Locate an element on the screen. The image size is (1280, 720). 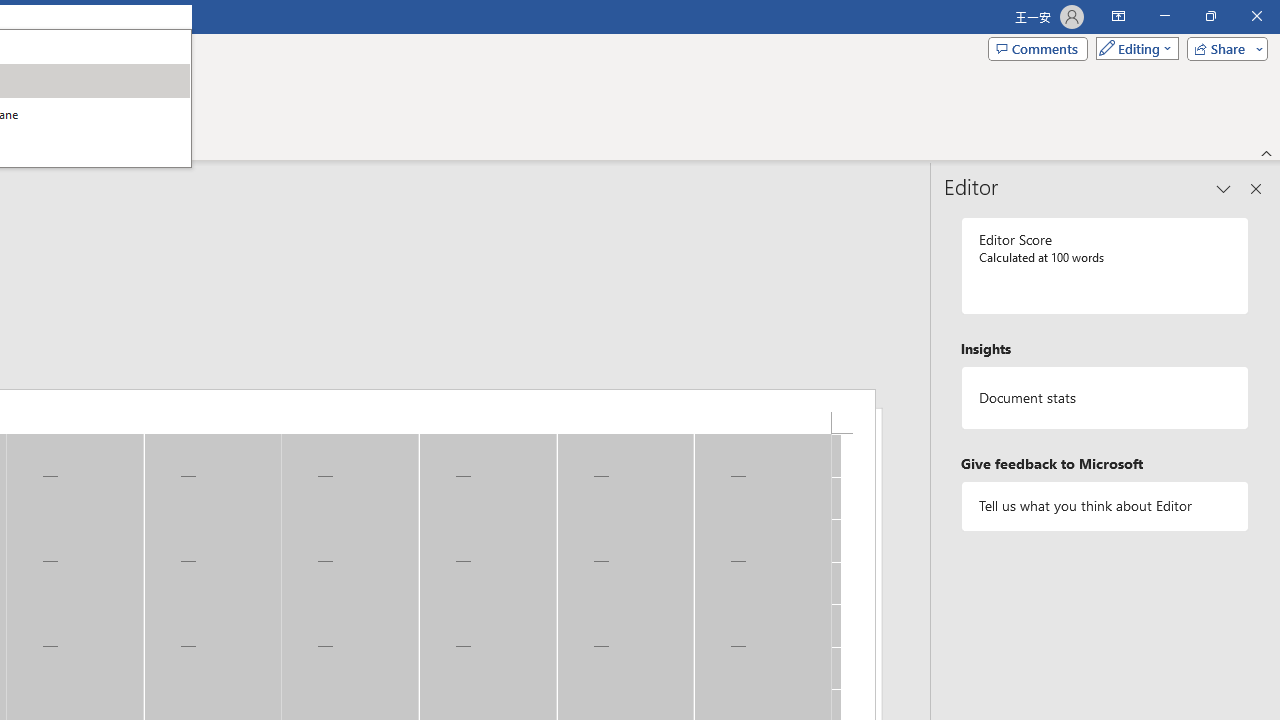
'Task Pane Options' is located at coordinates (1223, 189).